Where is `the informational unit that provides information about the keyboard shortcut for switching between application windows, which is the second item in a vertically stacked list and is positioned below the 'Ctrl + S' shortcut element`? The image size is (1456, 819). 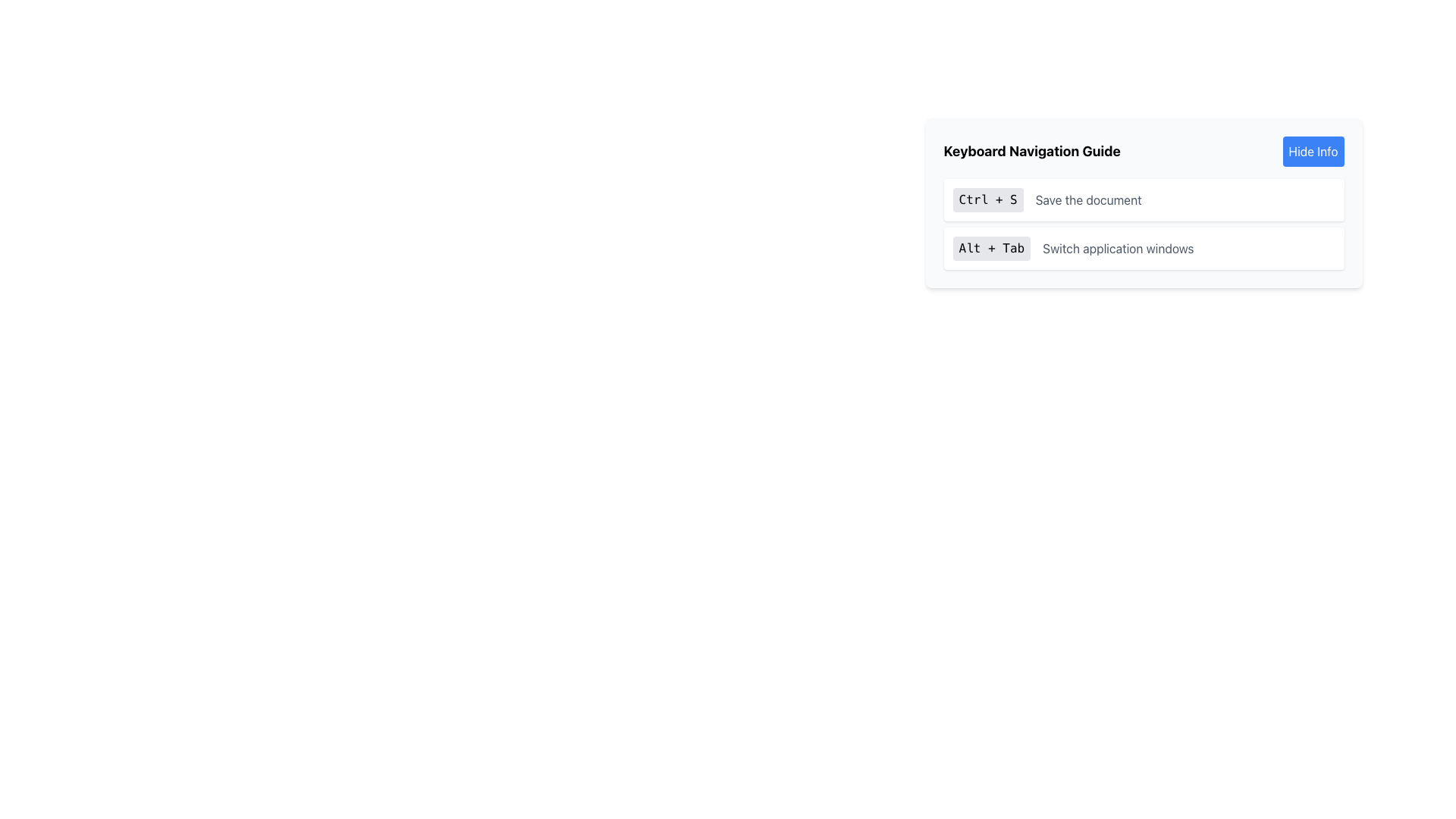
the informational unit that provides information about the keyboard shortcut for switching between application windows, which is the second item in a vertically stacked list and is positioned below the 'Ctrl + S' shortcut element is located at coordinates (1144, 247).